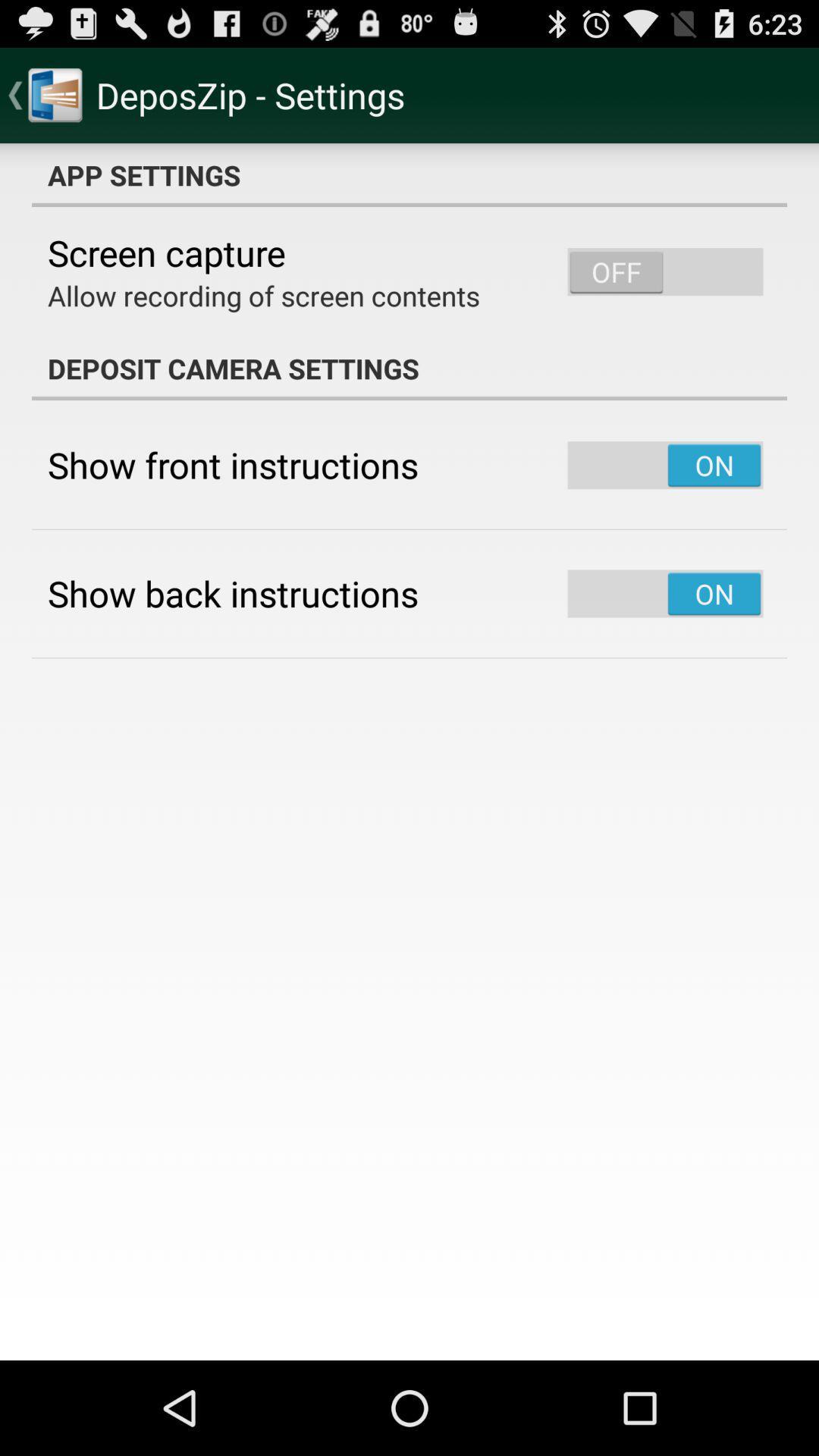 This screenshot has width=819, height=1456. What do you see at coordinates (166, 253) in the screenshot?
I see `the app above the allow recording of` at bounding box center [166, 253].